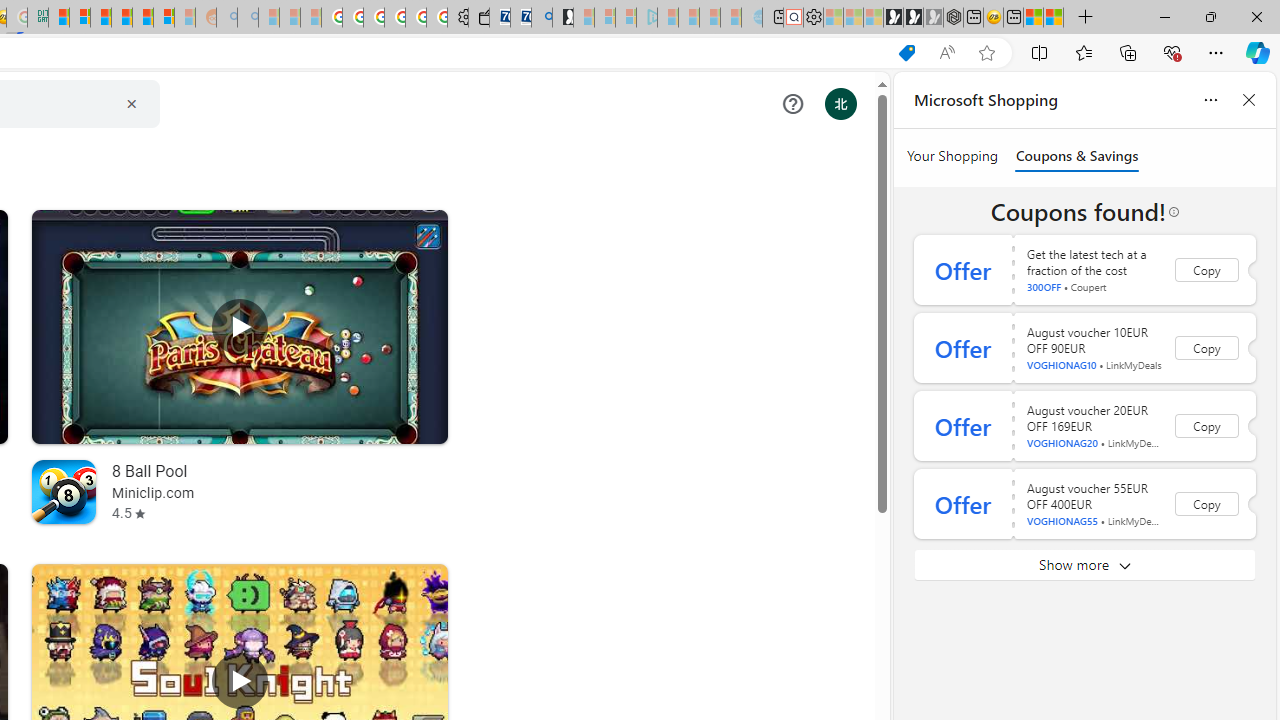  Describe the element at coordinates (477, 17) in the screenshot. I see `'Wallet'` at that location.